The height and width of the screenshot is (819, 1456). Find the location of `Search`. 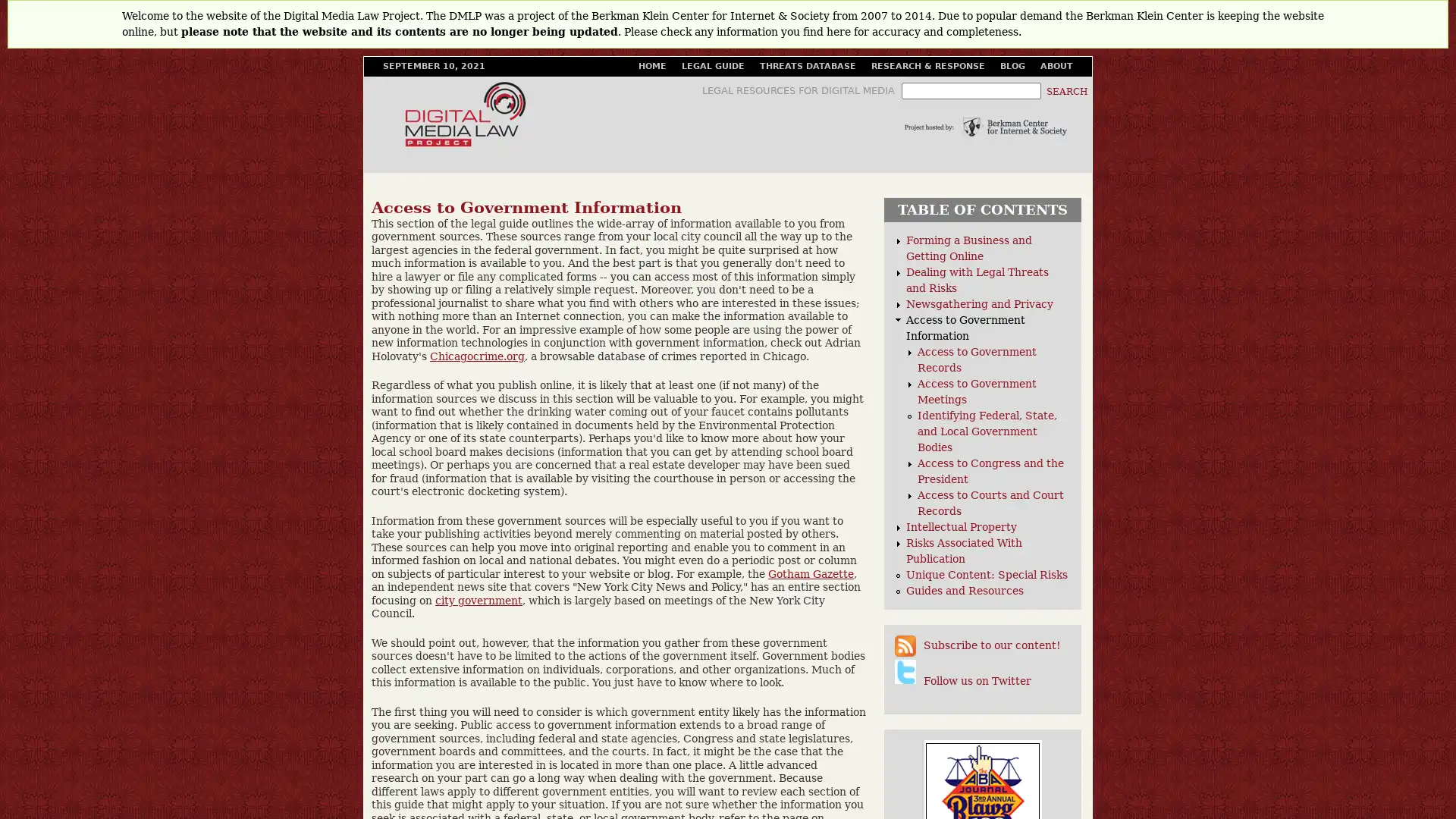

Search is located at coordinates (1067, 91).